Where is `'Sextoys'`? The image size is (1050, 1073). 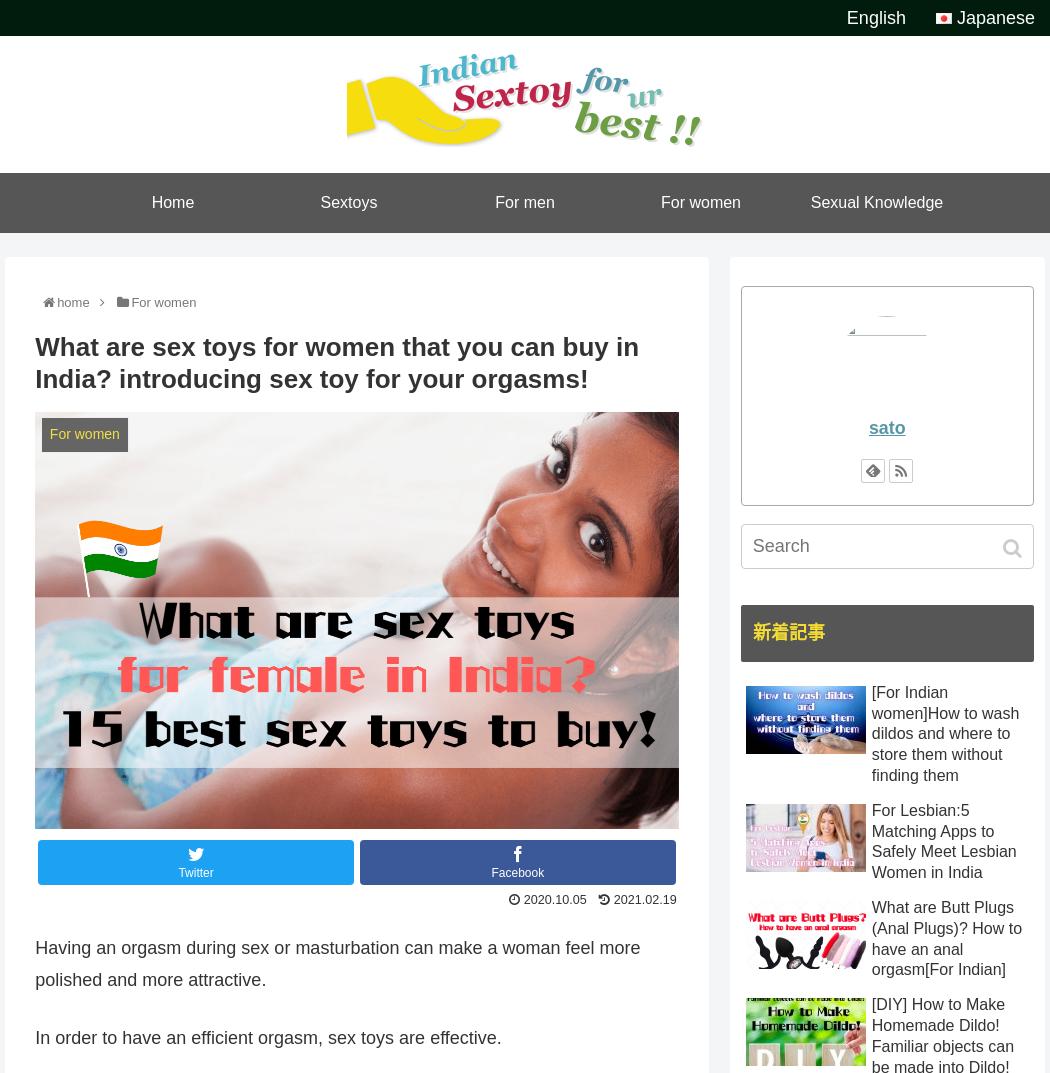
'Sextoys' is located at coordinates (347, 202).